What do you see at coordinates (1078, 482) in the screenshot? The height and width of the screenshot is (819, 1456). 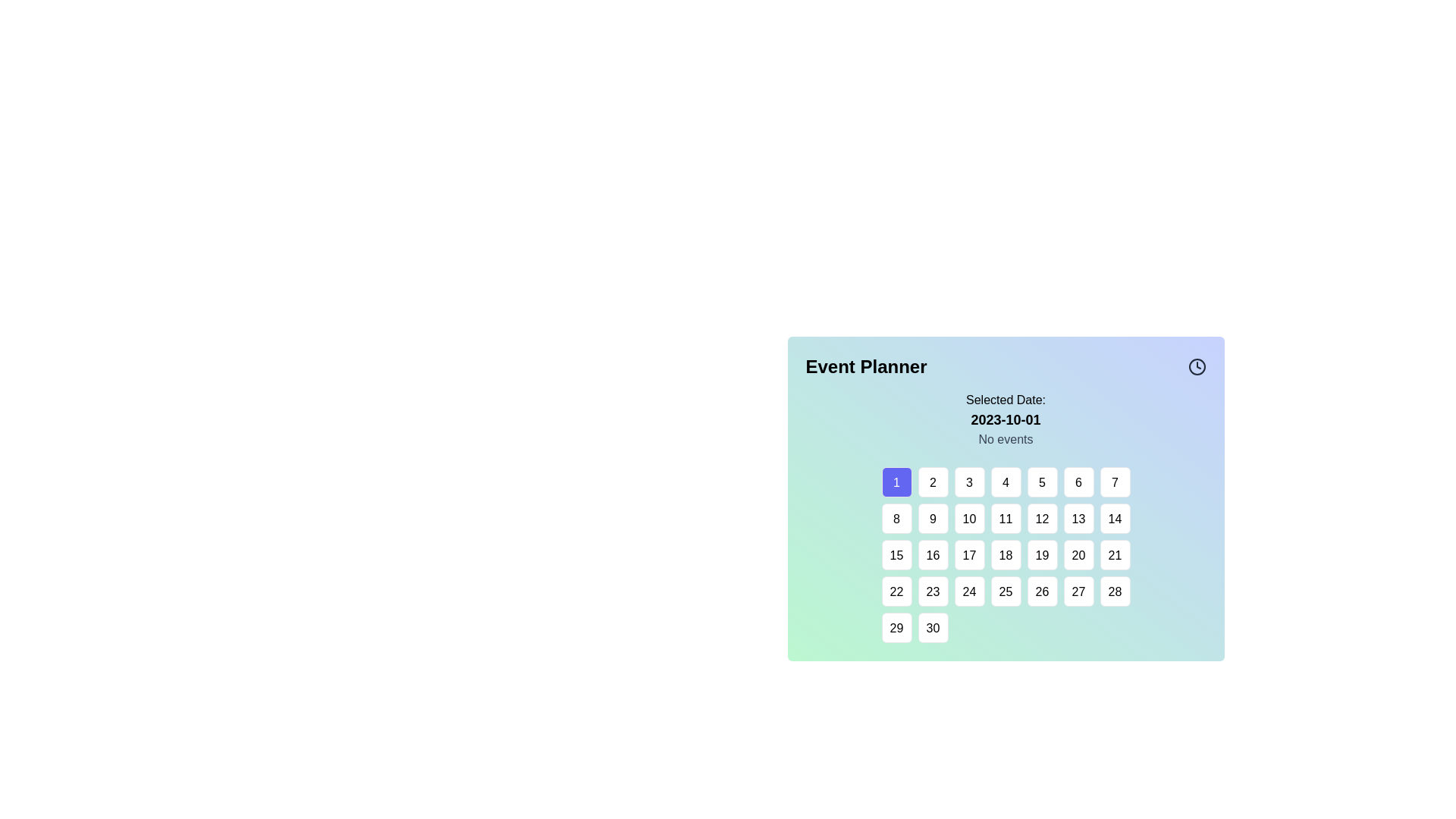 I see `the button with the text '6', which is a rounded square with a white background and a hover effect that changes the background to indigo. It is located in the 'Event Planner' area, specifically the sixth item in the top row of a 7-column grid` at bounding box center [1078, 482].